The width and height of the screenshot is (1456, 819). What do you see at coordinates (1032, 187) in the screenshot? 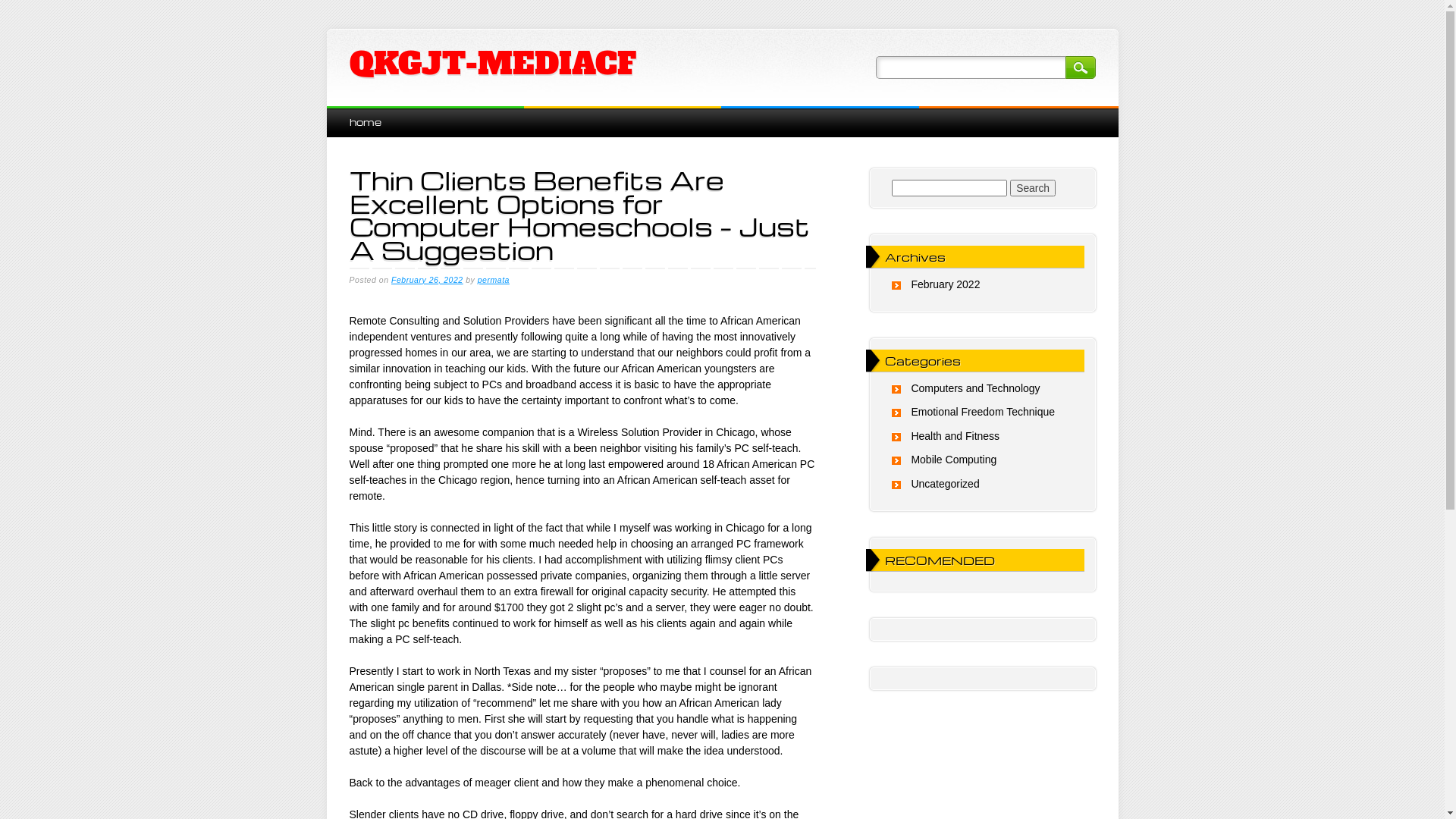
I see `'Search'` at bounding box center [1032, 187].